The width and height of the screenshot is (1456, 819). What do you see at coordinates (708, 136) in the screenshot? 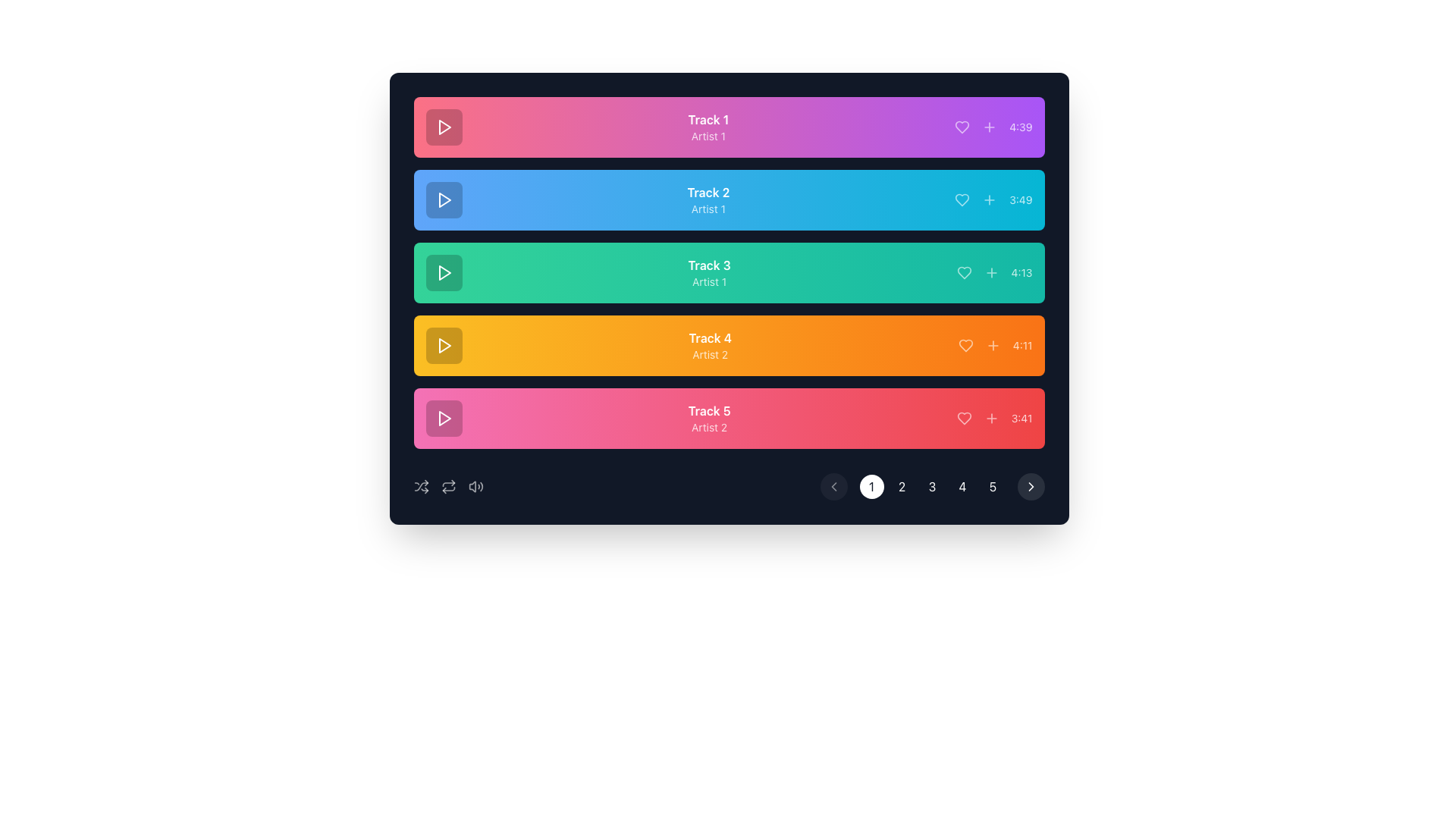
I see `the static text element displaying 'Artist 1', which is positioned beneath 'Track 1' in the first row of the visible list of tracks` at bounding box center [708, 136].